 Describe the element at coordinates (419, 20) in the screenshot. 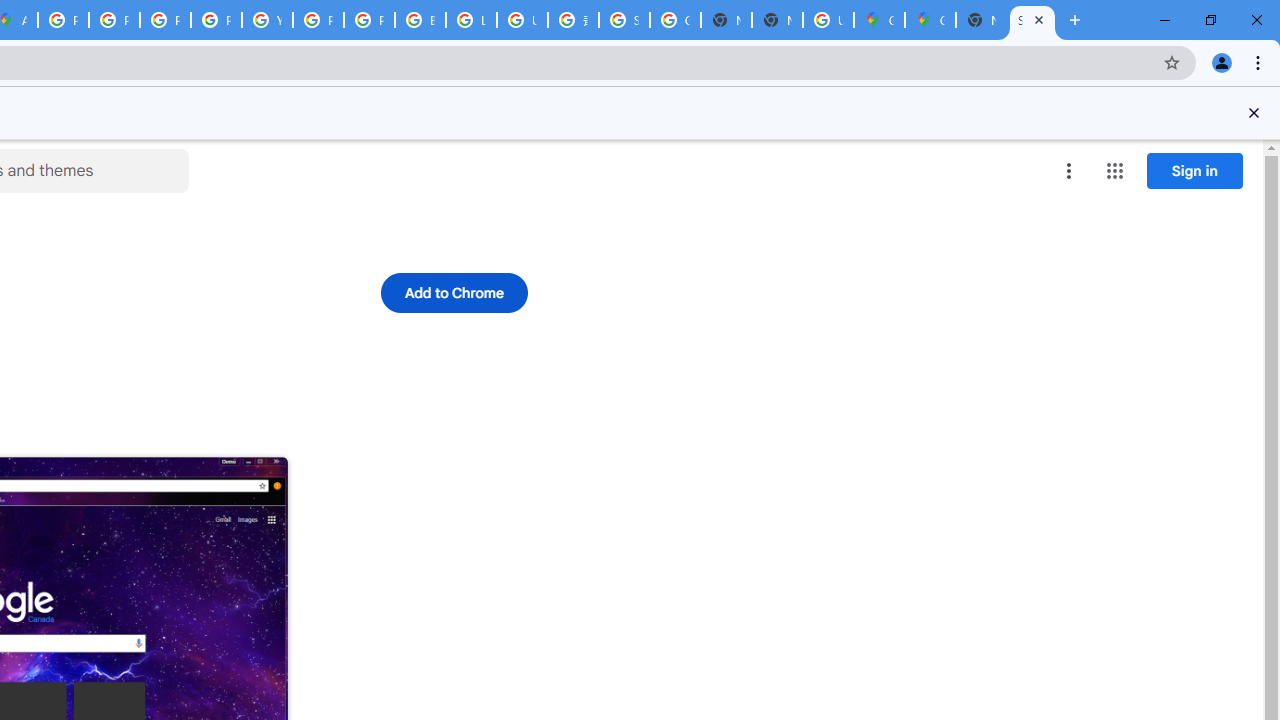

I see `'Browse Chrome as a guest - Computer - Google Chrome Help'` at that location.